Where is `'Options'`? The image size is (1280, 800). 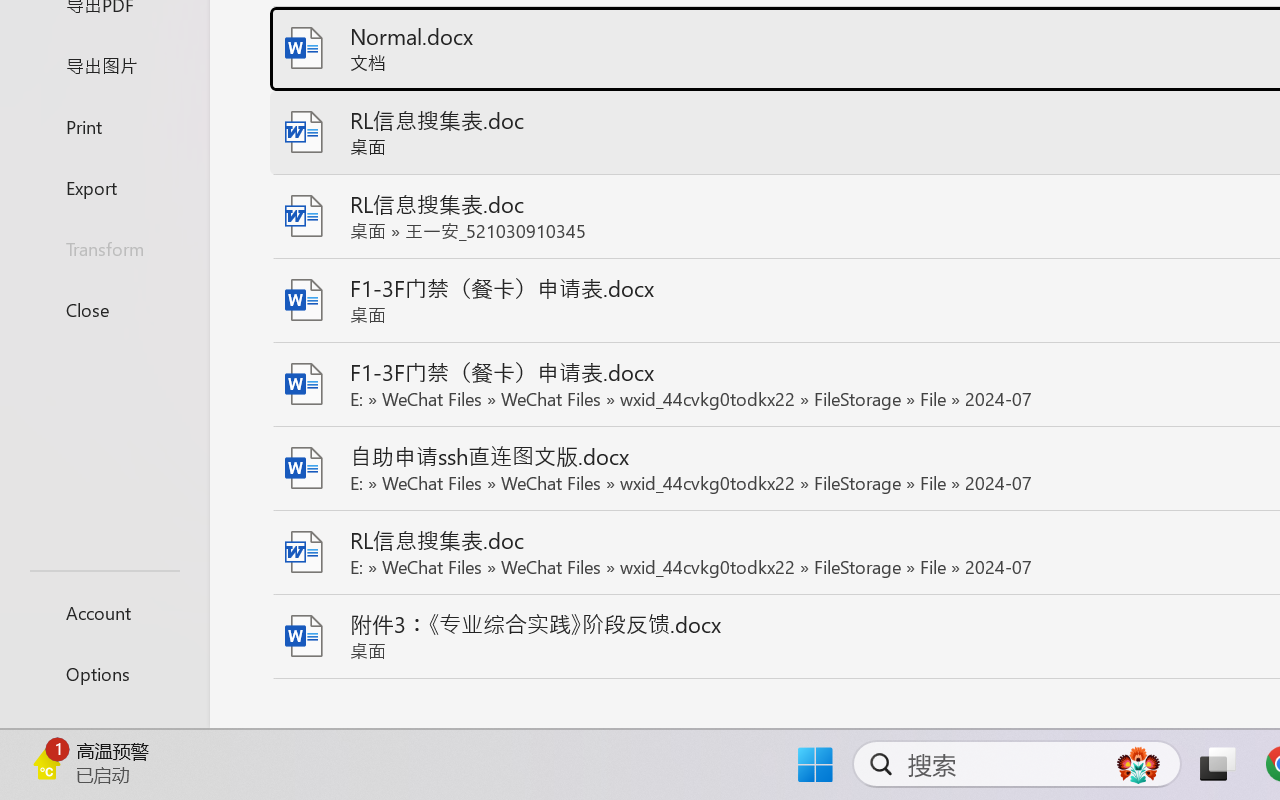
'Options' is located at coordinates (103, 673).